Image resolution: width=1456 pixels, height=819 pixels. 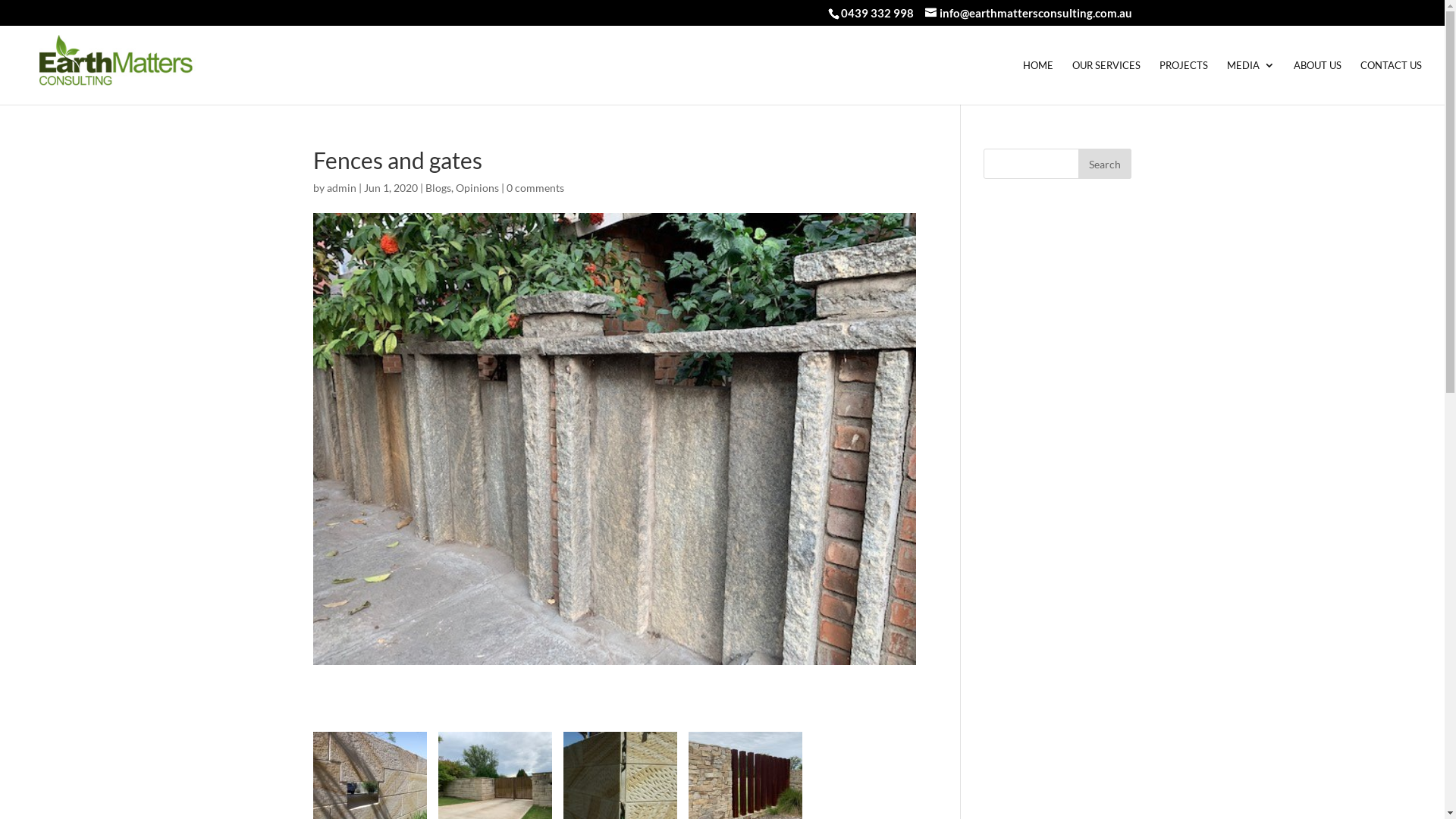 I want to click on 'Blogs', so click(x=436, y=187).